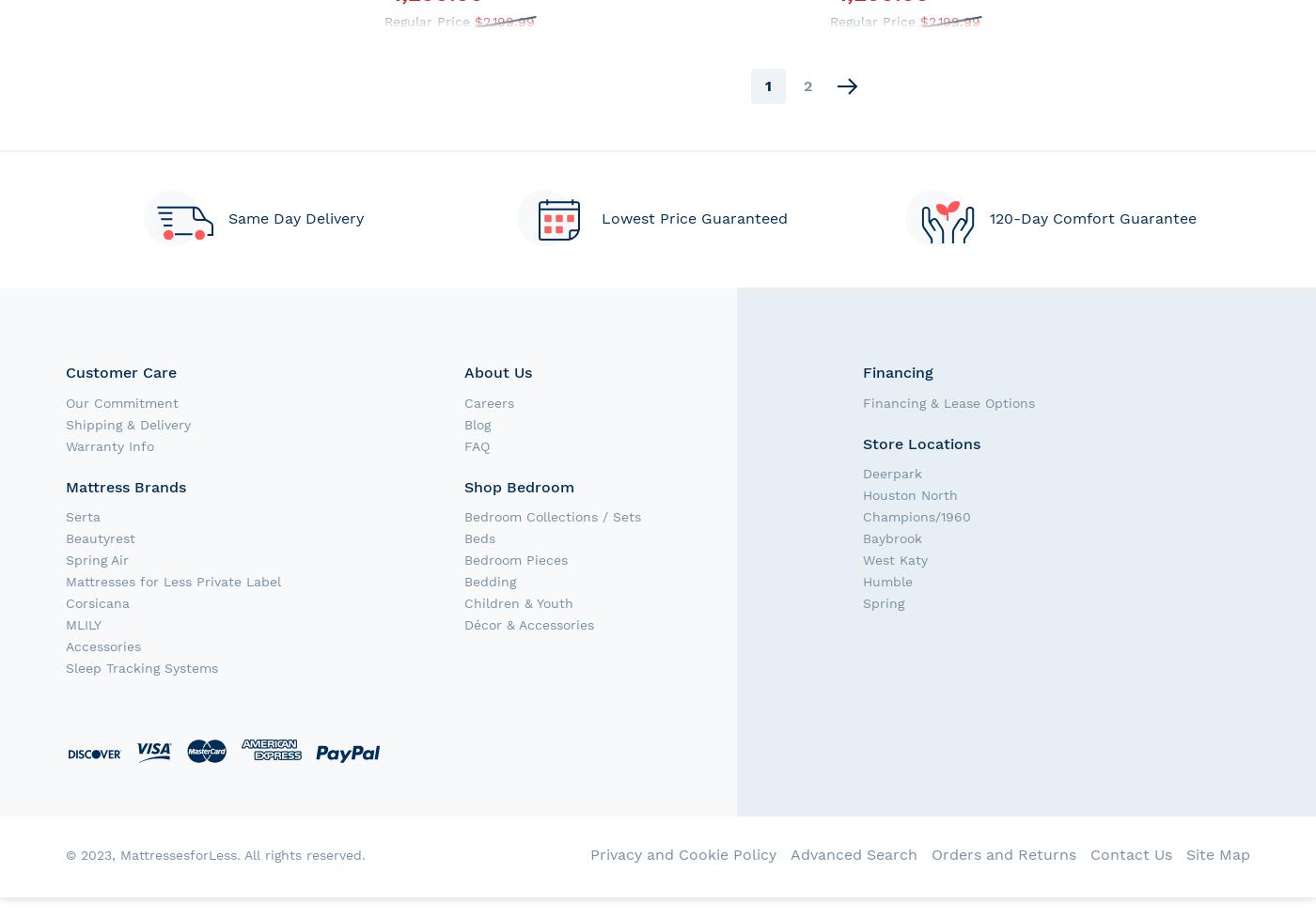  I want to click on 'Bedding', so click(490, 581).